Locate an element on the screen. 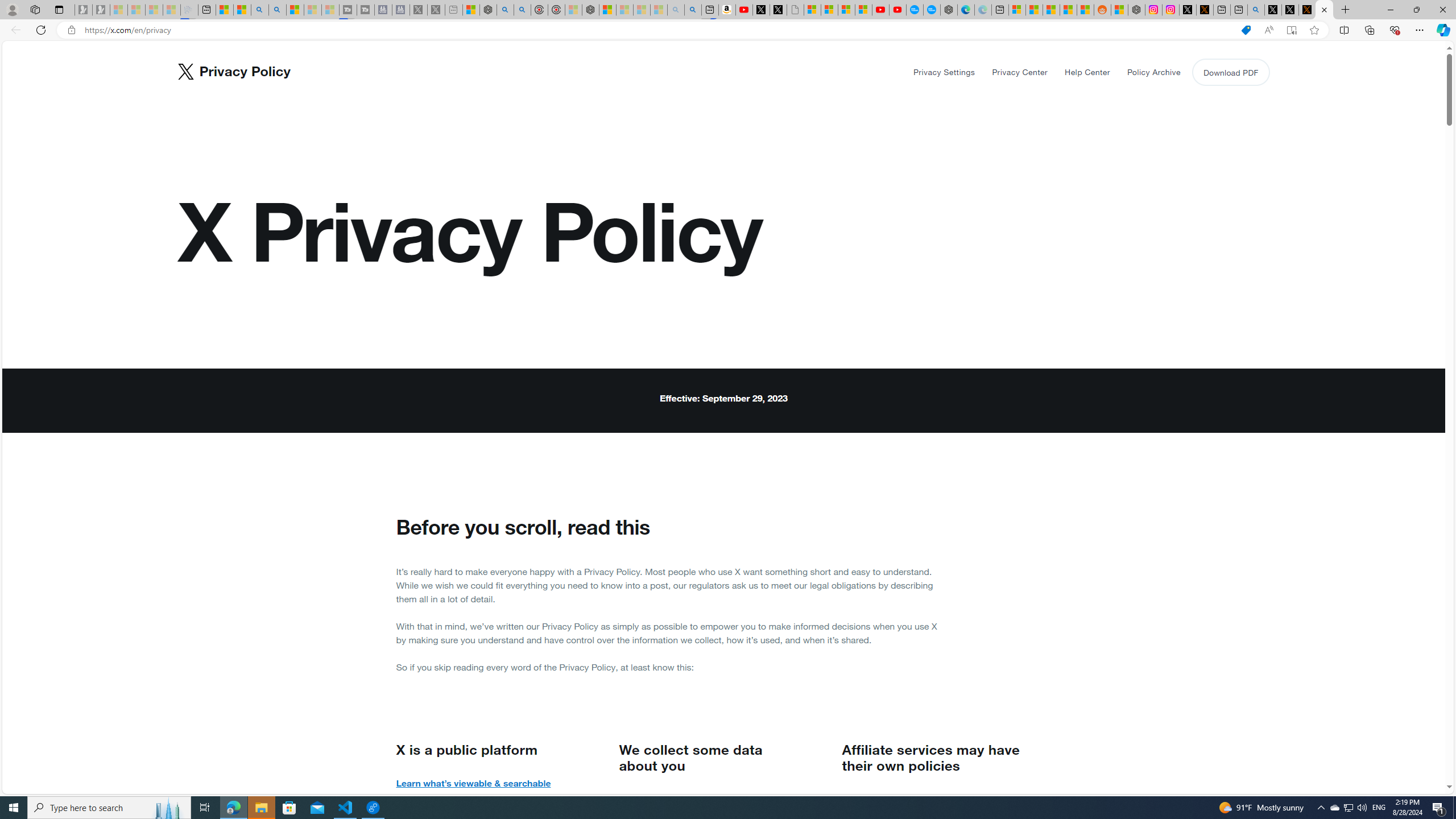  'Settings and more (Alt+F)' is located at coordinates (1419, 29).